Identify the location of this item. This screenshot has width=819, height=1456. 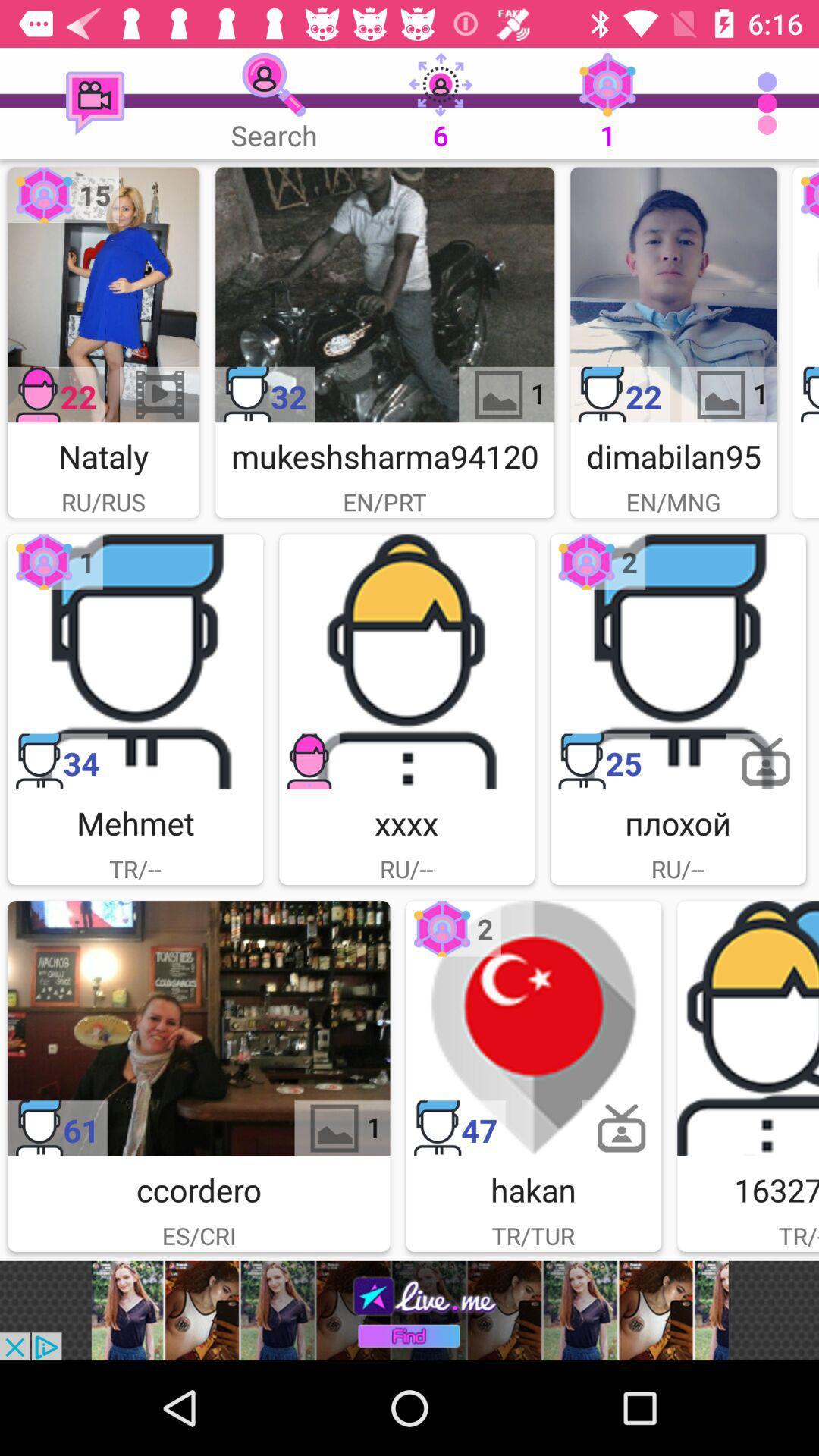
(134, 661).